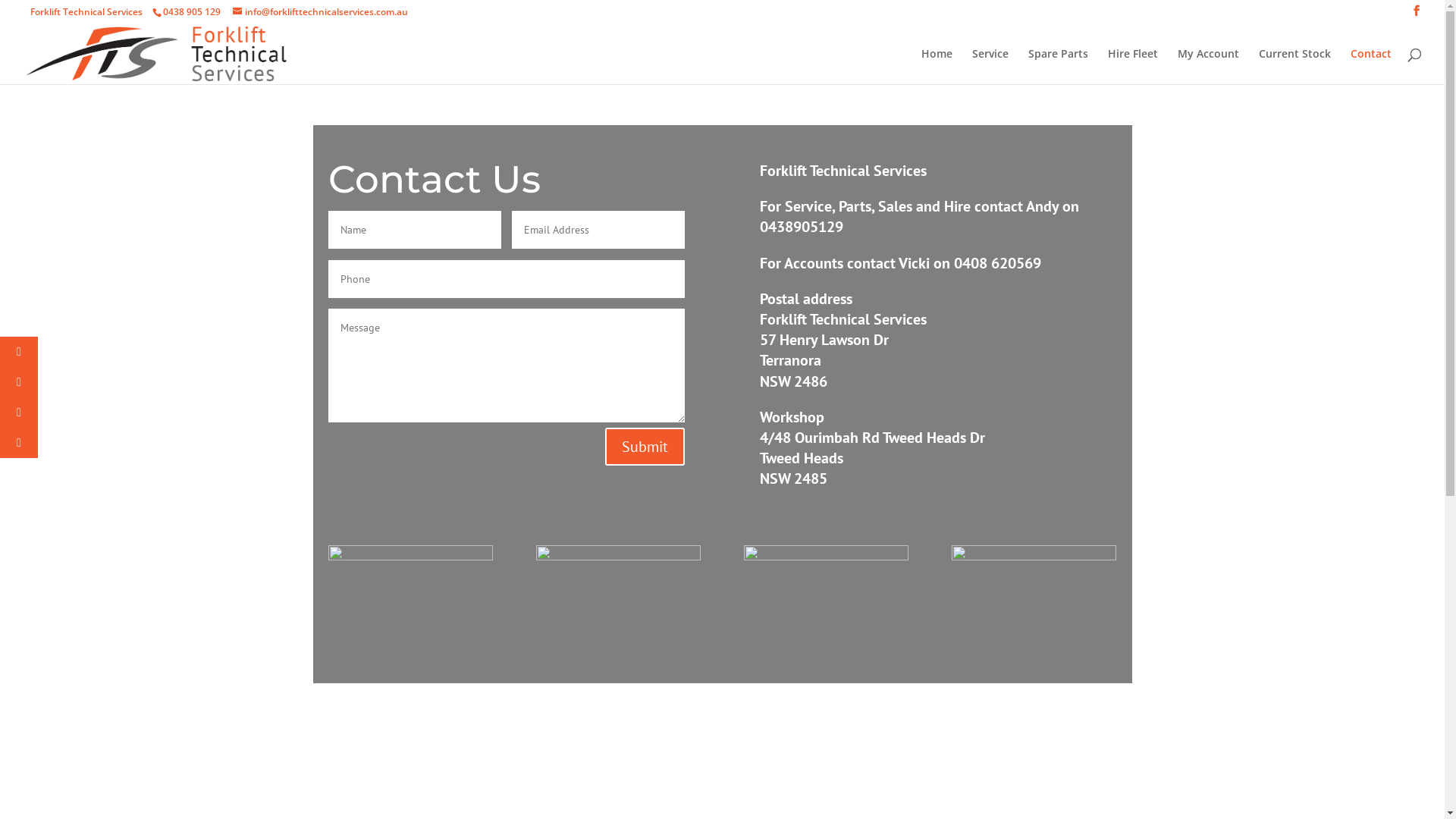 The height and width of the screenshot is (819, 1456). I want to click on 'Contact', so click(1371, 65).